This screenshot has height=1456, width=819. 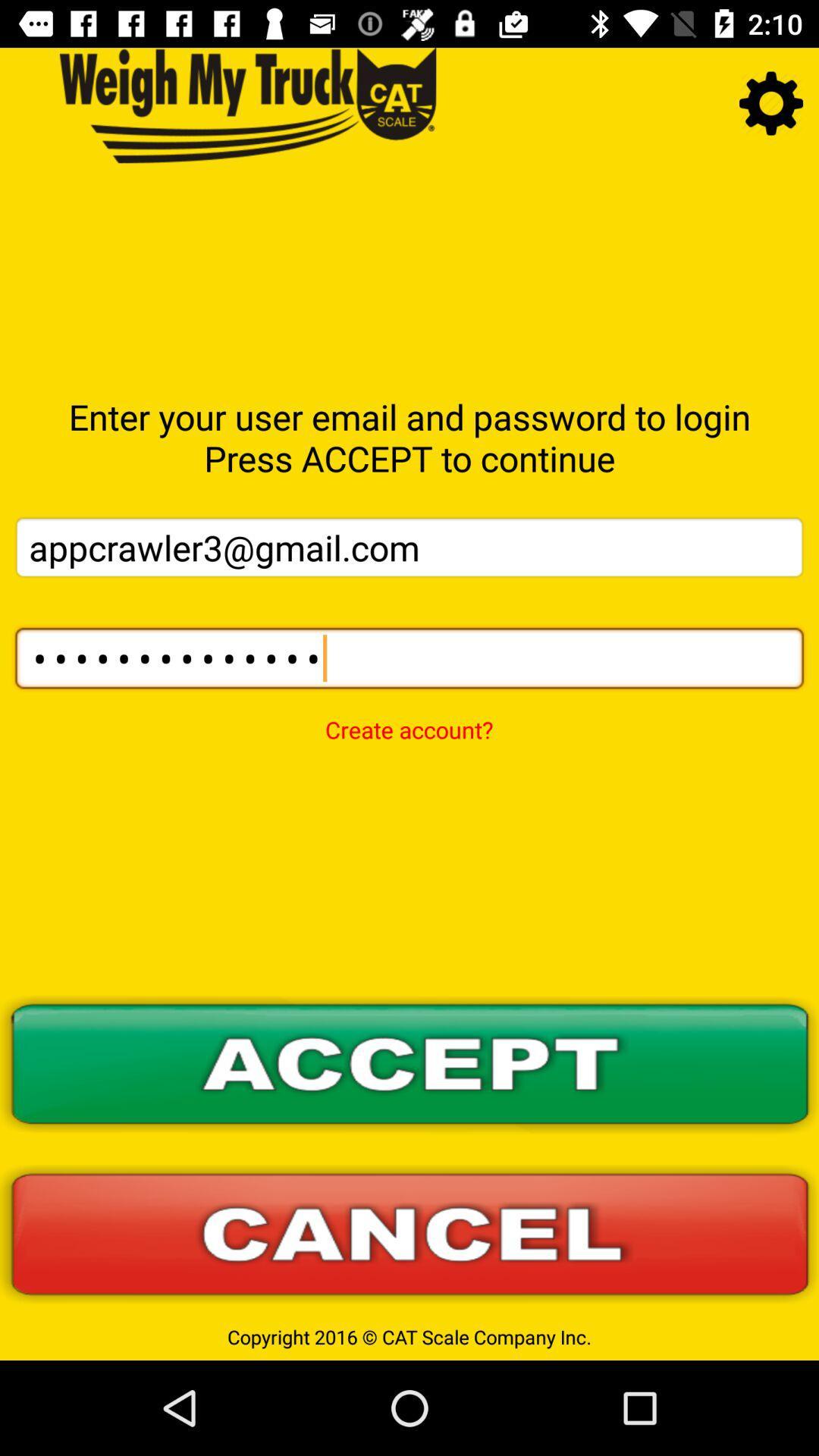 I want to click on the icon below the create account? icon, so click(x=409, y=1064).